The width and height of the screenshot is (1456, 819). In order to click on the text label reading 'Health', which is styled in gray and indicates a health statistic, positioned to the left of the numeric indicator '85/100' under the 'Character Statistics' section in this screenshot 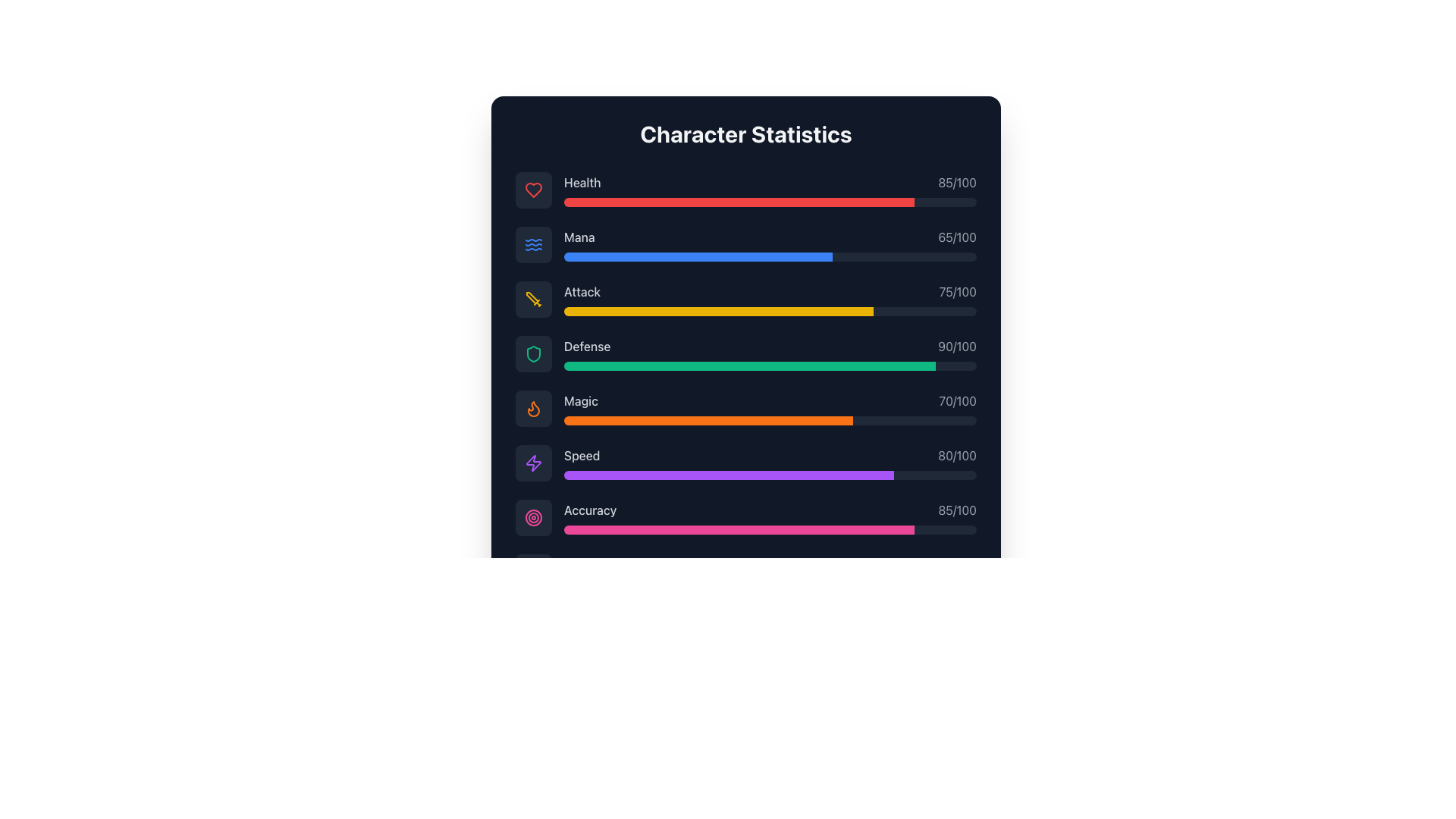, I will do `click(582, 181)`.